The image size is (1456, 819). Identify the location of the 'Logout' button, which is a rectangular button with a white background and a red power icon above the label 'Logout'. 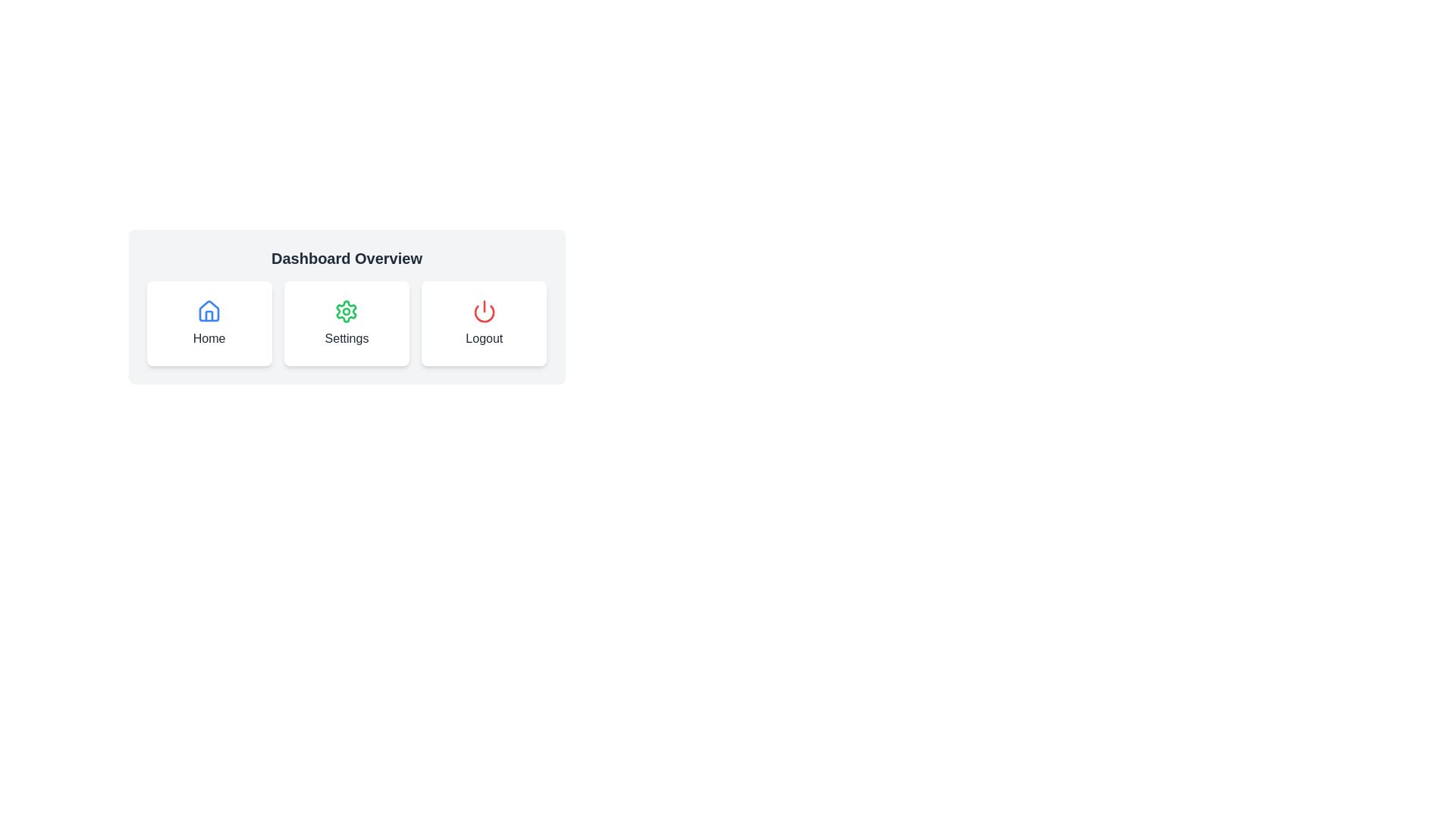
(483, 323).